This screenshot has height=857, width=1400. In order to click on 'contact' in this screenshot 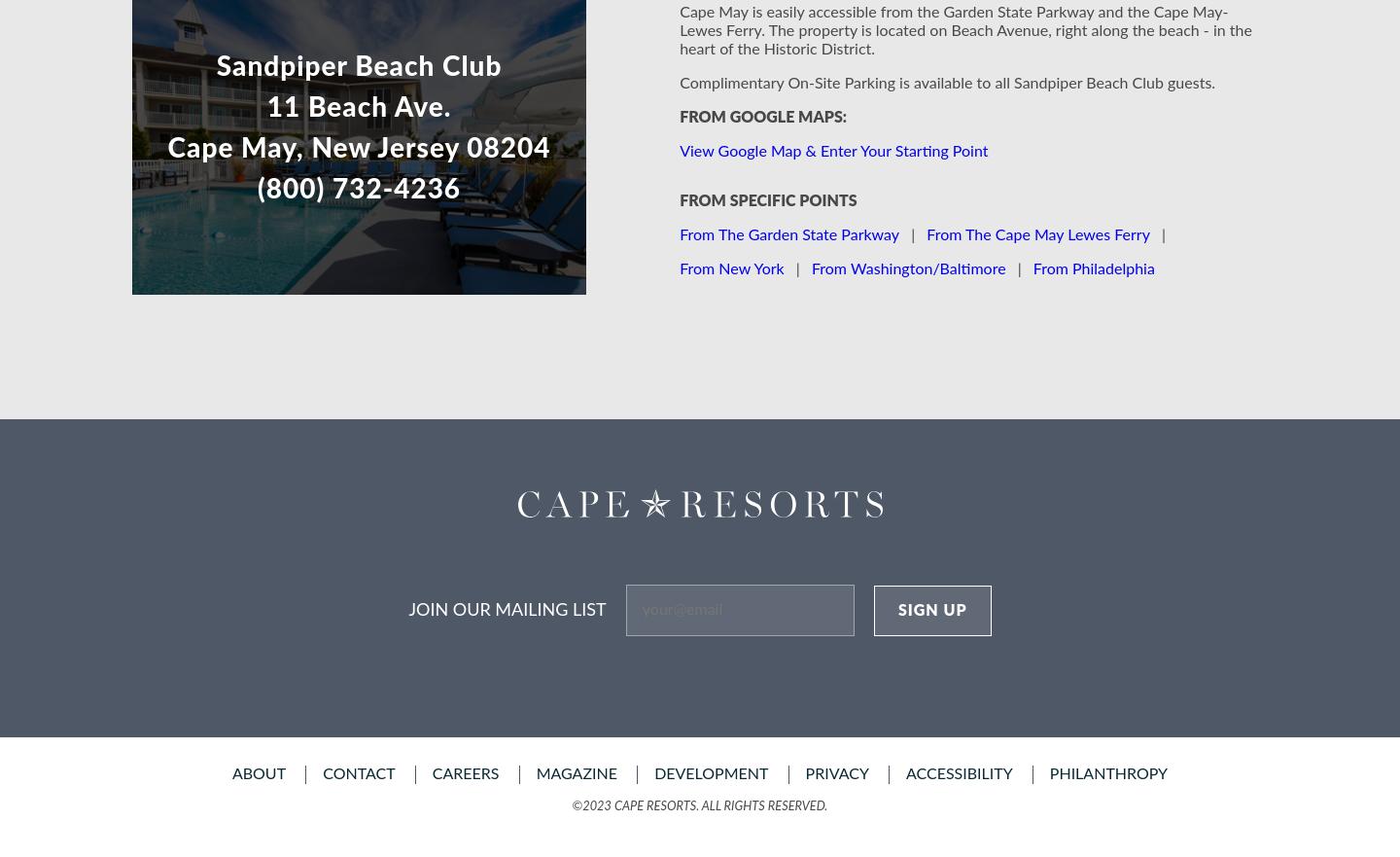, I will do `click(357, 773)`.